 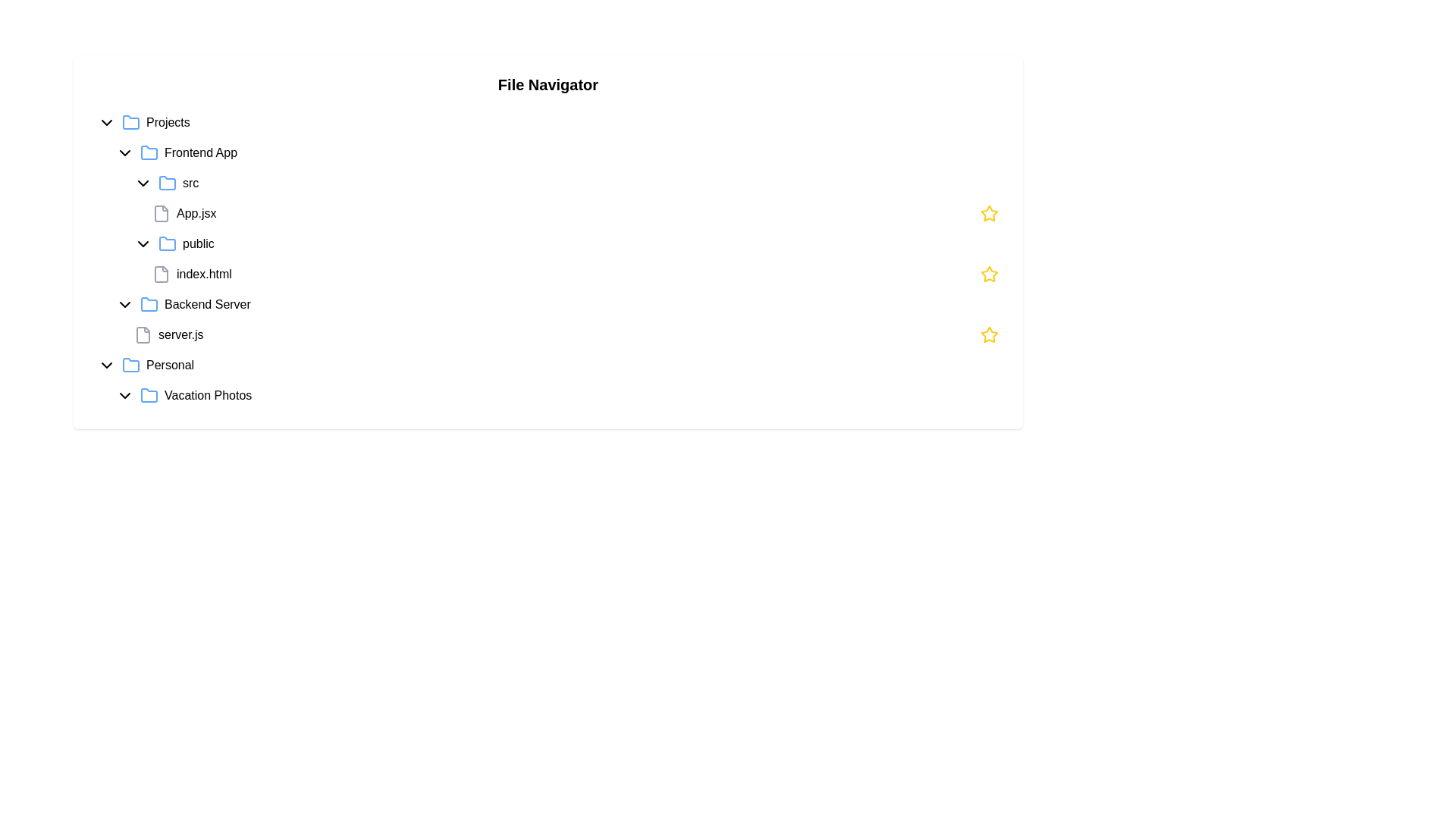 I want to click on the blue folder icon associated with the 'Frontend App' label, so click(x=149, y=152).